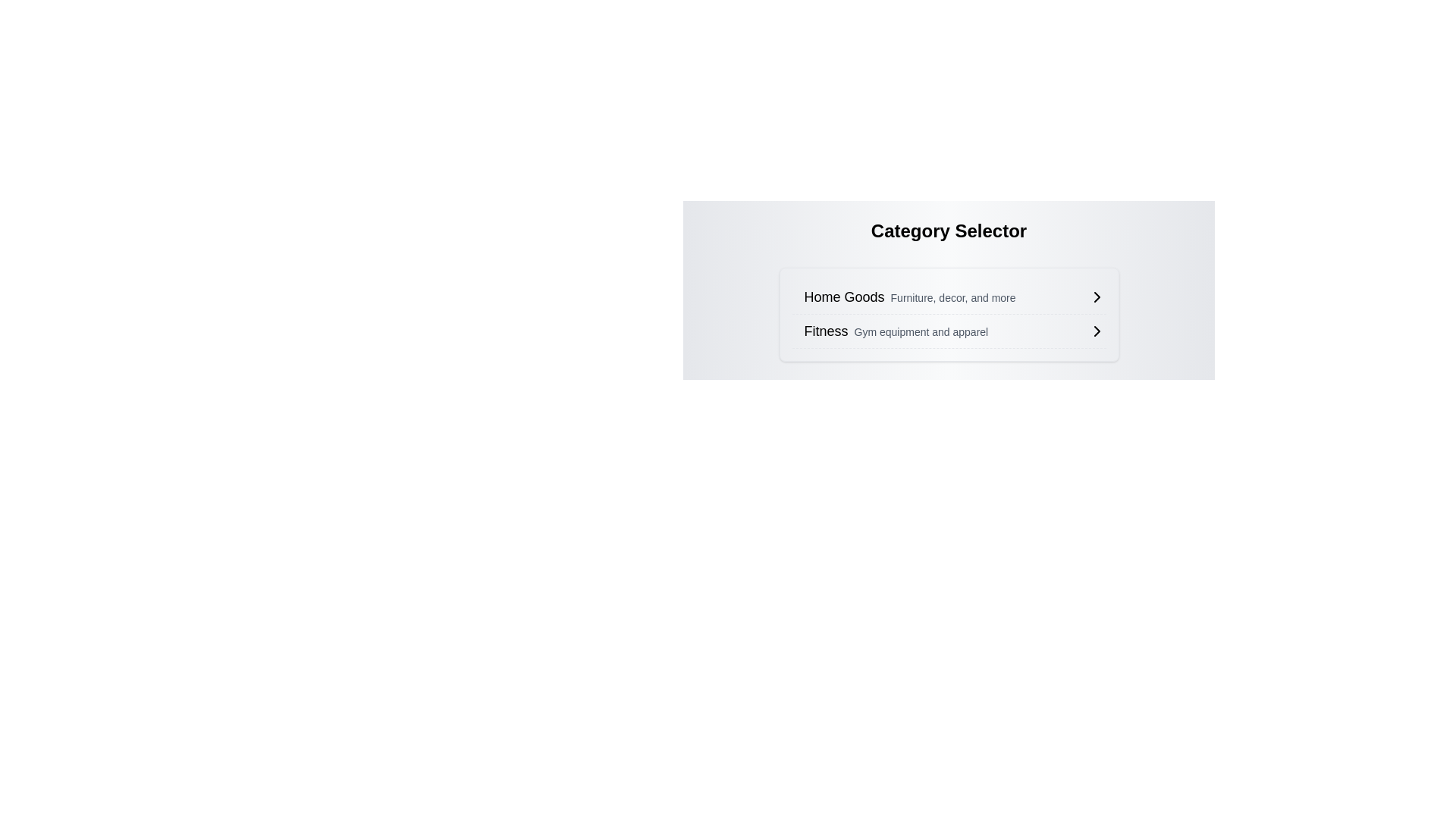  Describe the element at coordinates (1097, 330) in the screenshot. I see `the Chevron Right icon located at the right end of the 'Fitness' text` at that location.